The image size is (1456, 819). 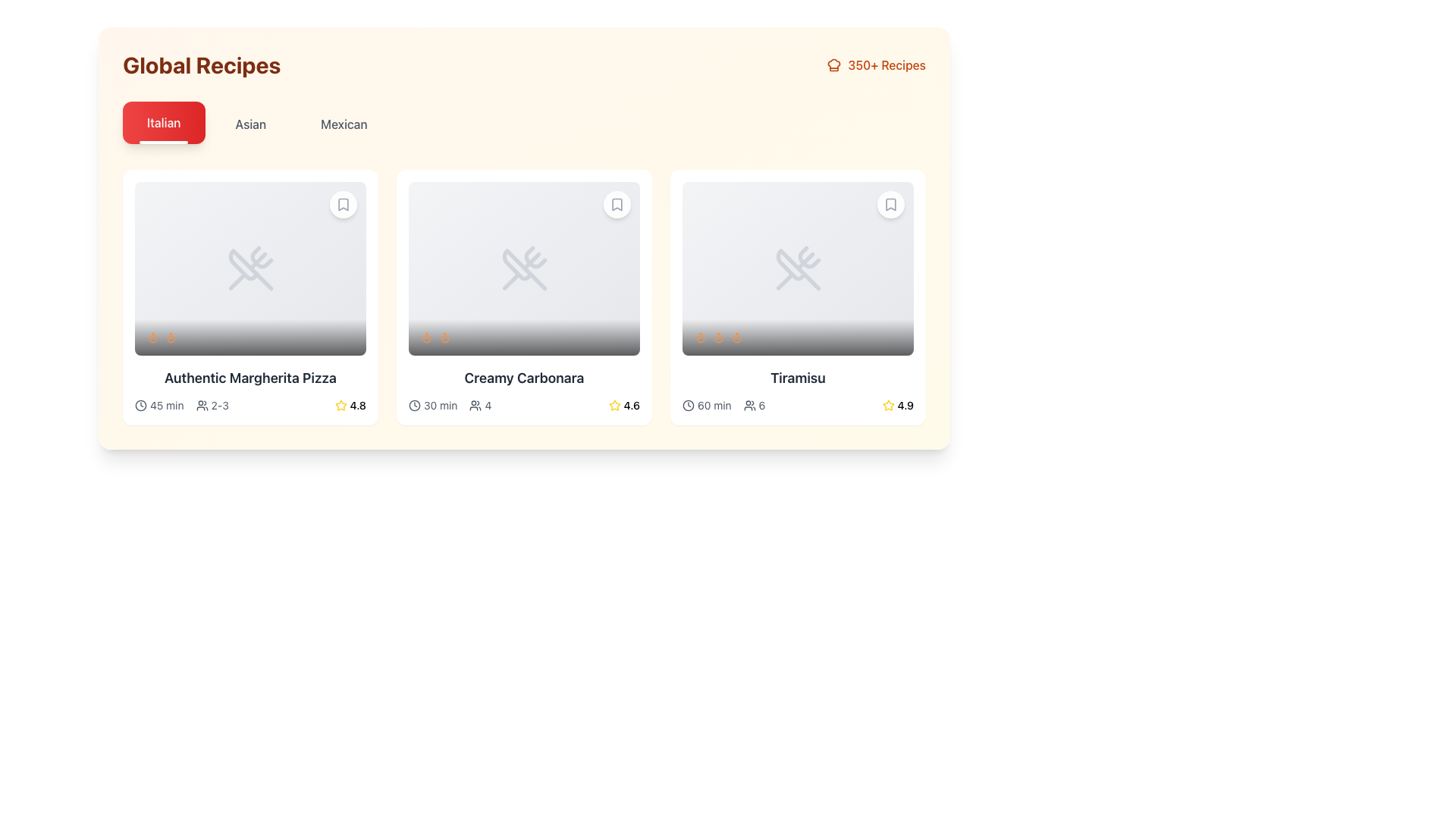 I want to click on the 'Creamy Carbonara' recipe image placeholder, which serves as the main image for the second recipe card in the 'Italian' tab of the 'Global Recipes' section, so click(x=524, y=268).